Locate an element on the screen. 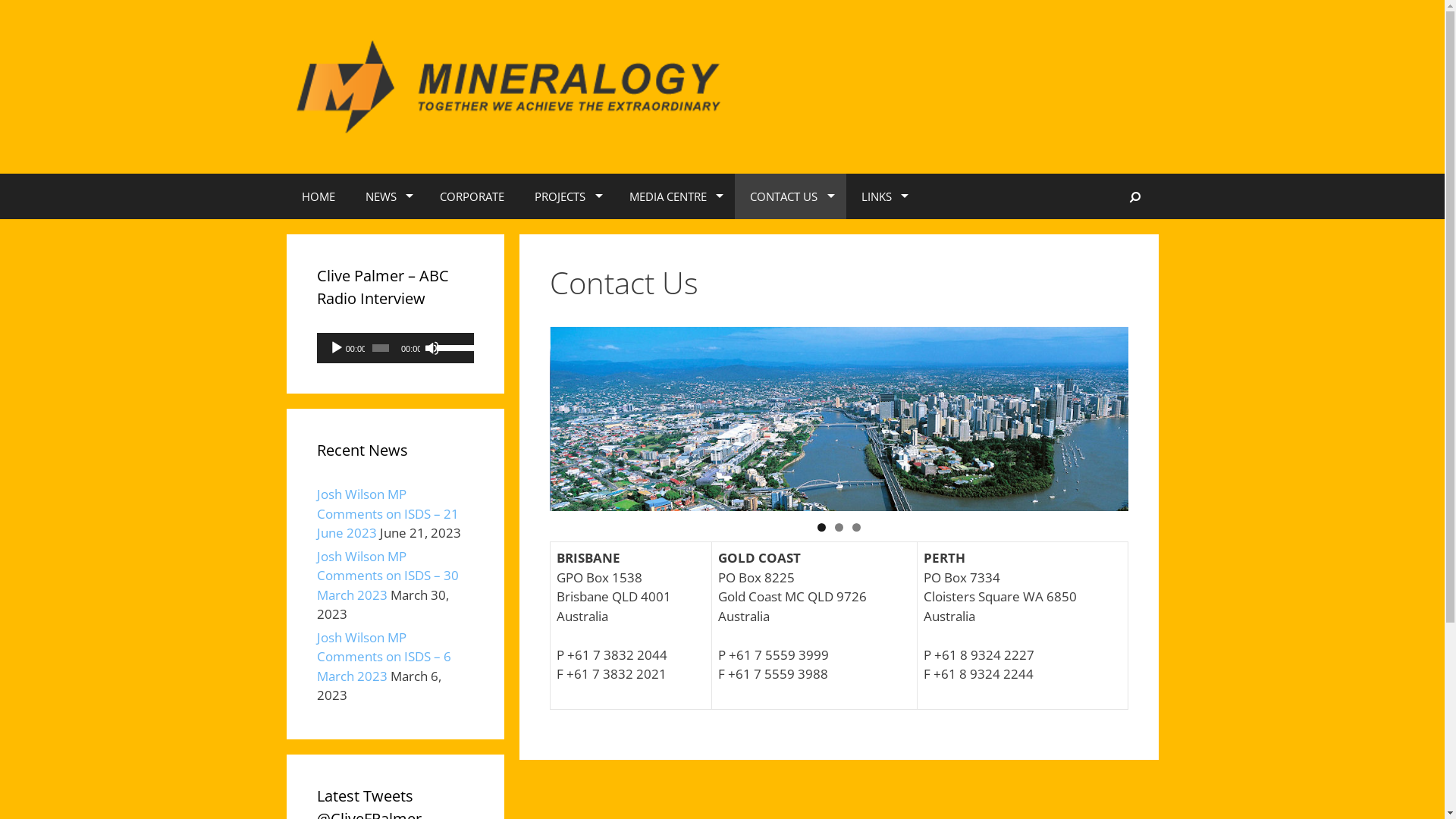  'HOME' is located at coordinates (318, 195).